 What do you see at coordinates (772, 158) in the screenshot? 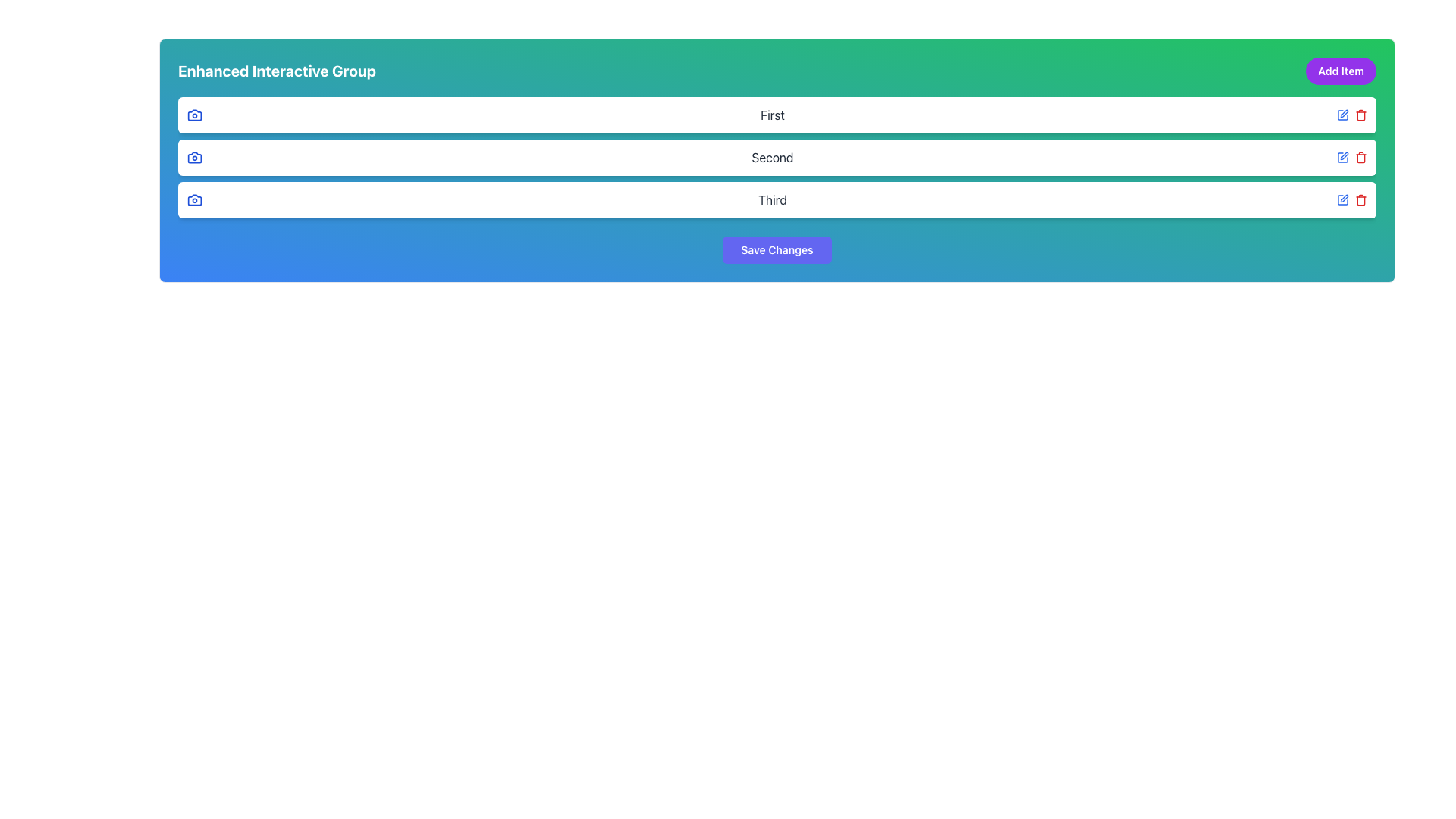
I see `the static label displaying 'Second', which is positioned in the second row of a vertically arranged group, between 'First' and 'Third'` at bounding box center [772, 158].